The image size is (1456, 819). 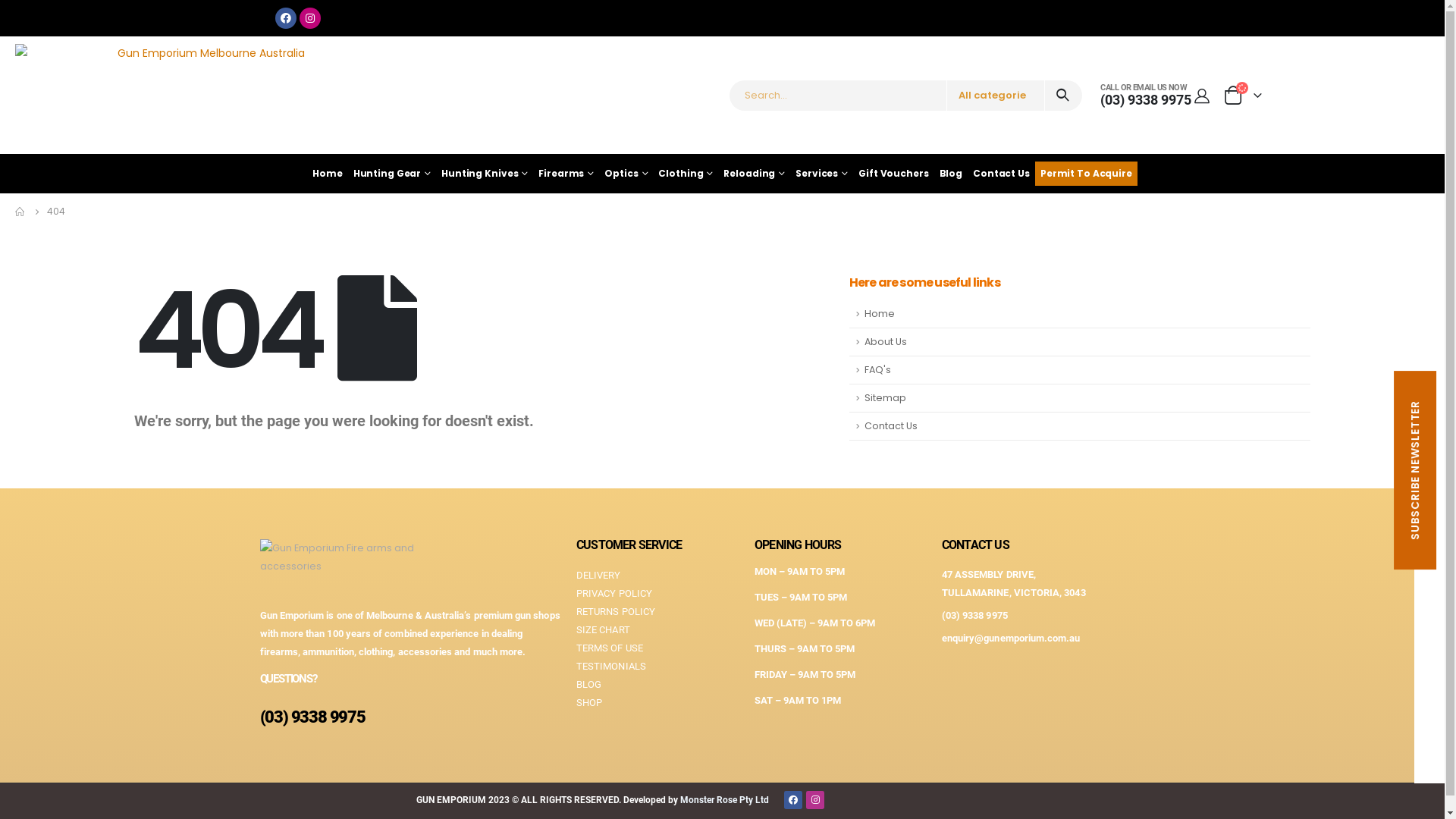 I want to click on 'CALL OR EMAIL US NOW, so click(x=1146, y=95).